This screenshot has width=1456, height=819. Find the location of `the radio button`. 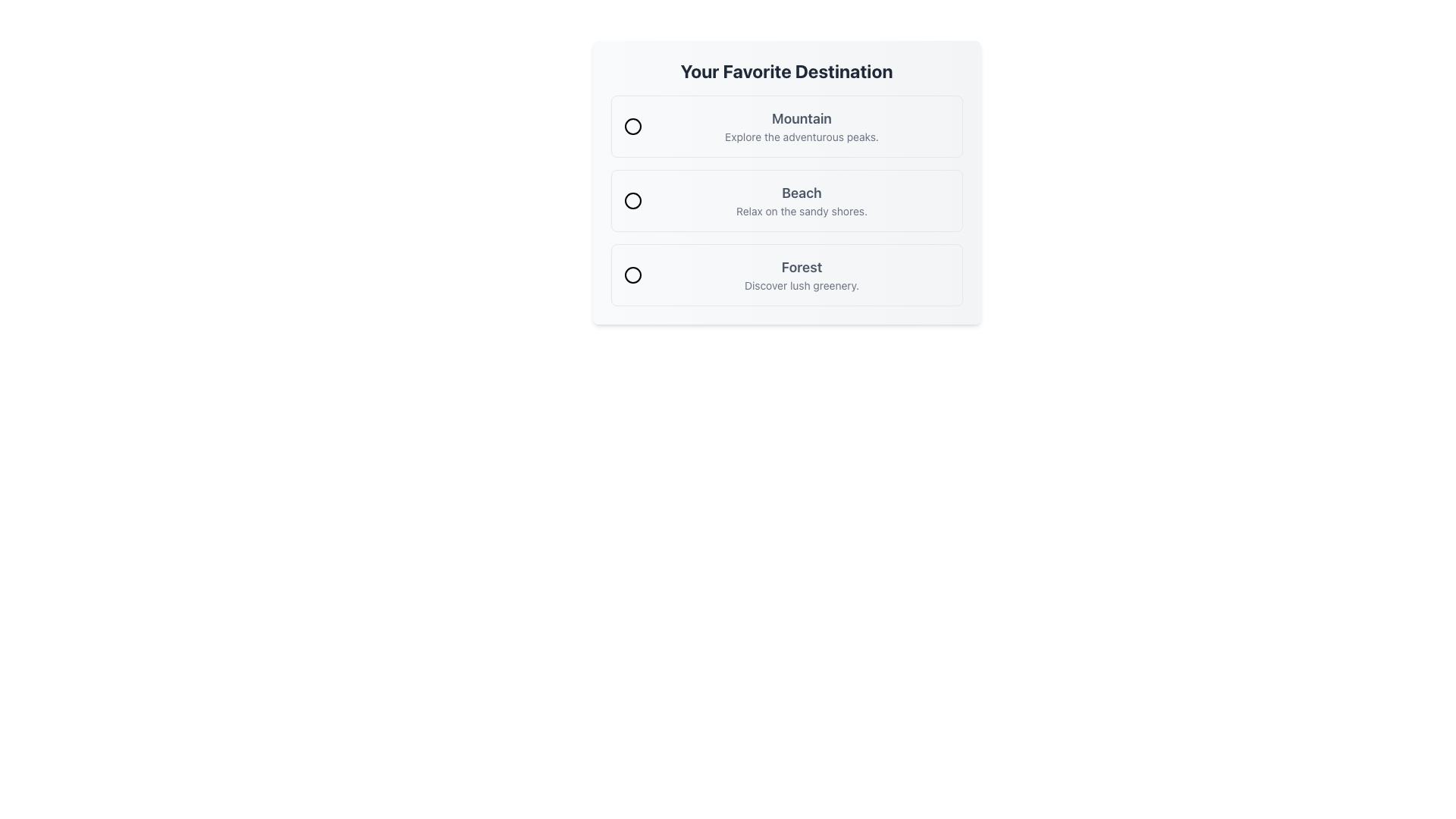

the radio button is located at coordinates (786, 275).